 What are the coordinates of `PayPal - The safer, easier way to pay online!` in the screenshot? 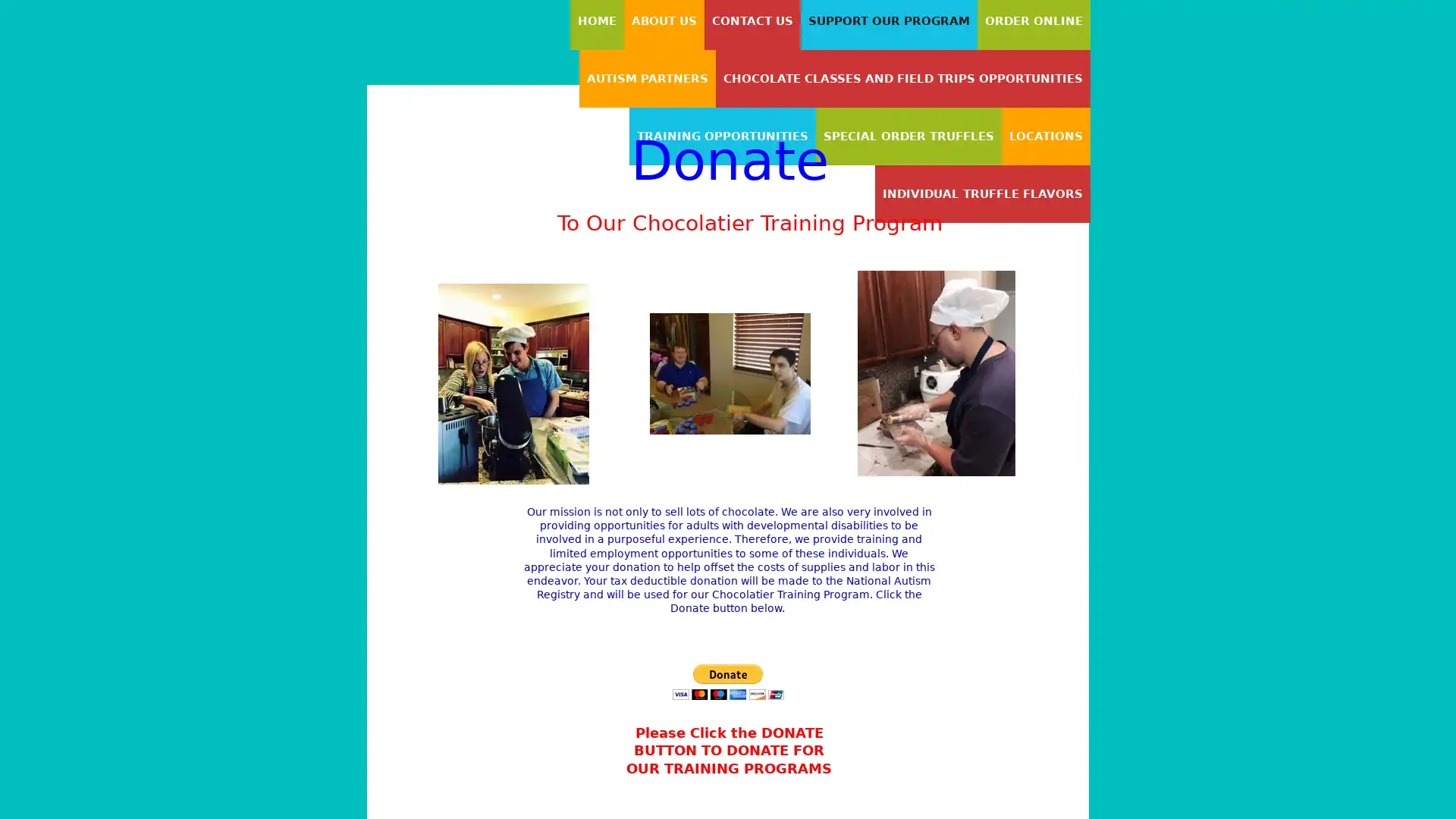 It's located at (728, 681).